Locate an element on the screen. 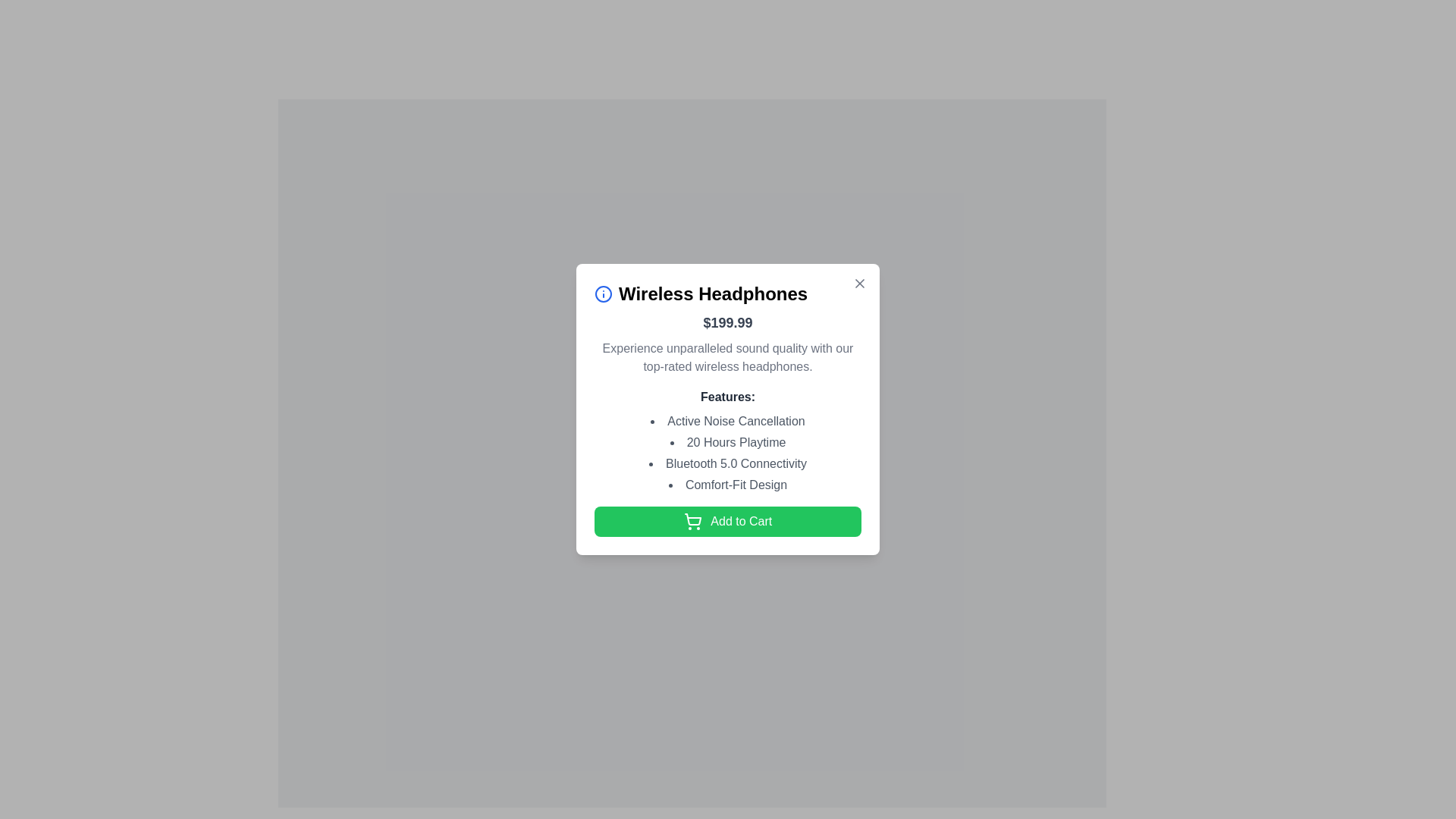  text content of the header labeled 'Wireless Headphones', which is prominently displayed at the top of the card layout is located at coordinates (728, 293).